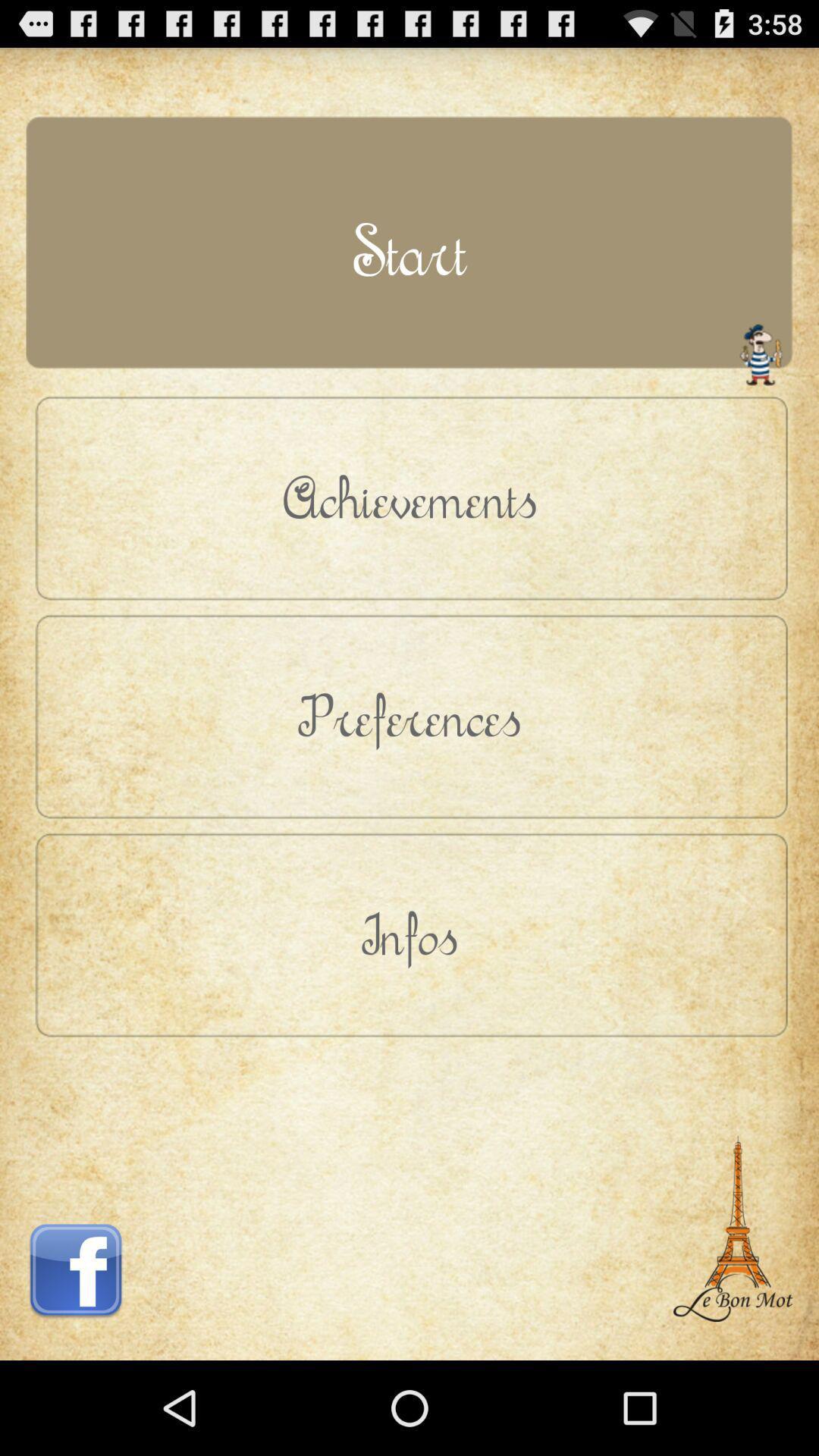  Describe the element at coordinates (76, 1195) in the screenshot. I see `button below infos button` at that location.